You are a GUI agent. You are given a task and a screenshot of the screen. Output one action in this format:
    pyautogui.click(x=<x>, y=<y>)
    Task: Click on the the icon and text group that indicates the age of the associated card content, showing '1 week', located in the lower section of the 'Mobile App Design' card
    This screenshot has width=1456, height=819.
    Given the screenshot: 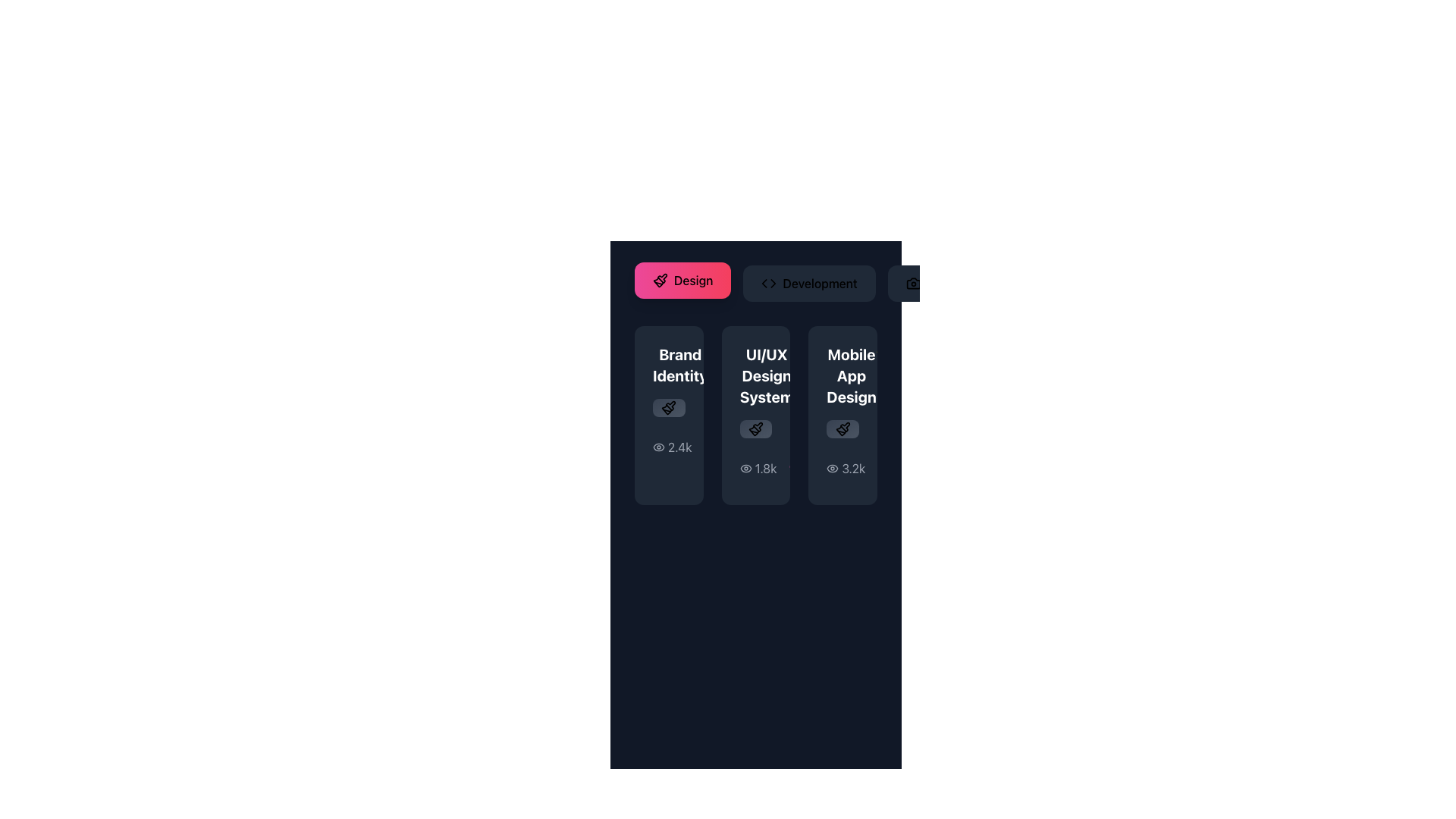 What is the action you would take?
    pyautogui.click(x=847, y=467)
    